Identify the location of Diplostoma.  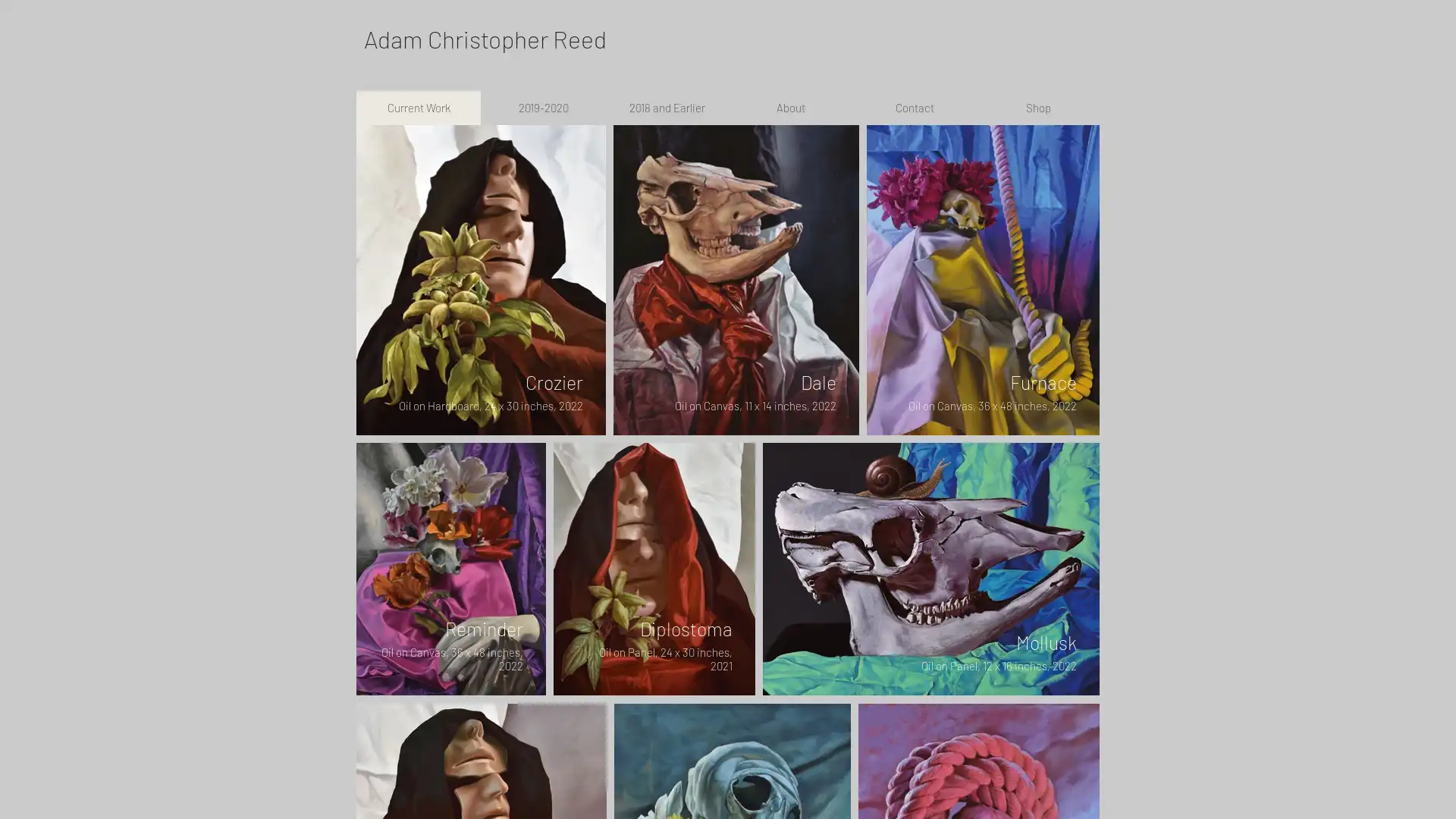
(654, 569).